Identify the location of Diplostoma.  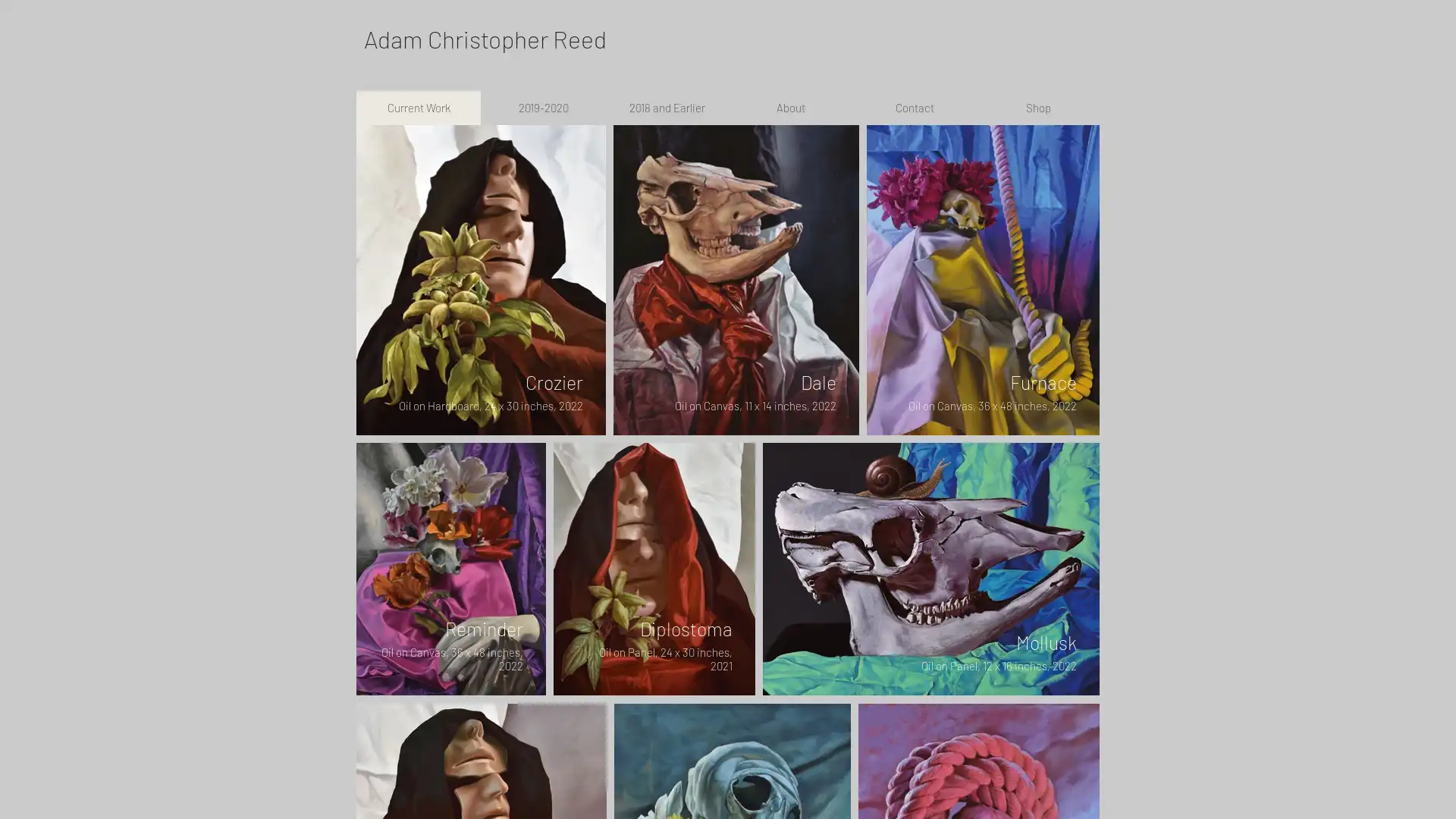
(654, 569).